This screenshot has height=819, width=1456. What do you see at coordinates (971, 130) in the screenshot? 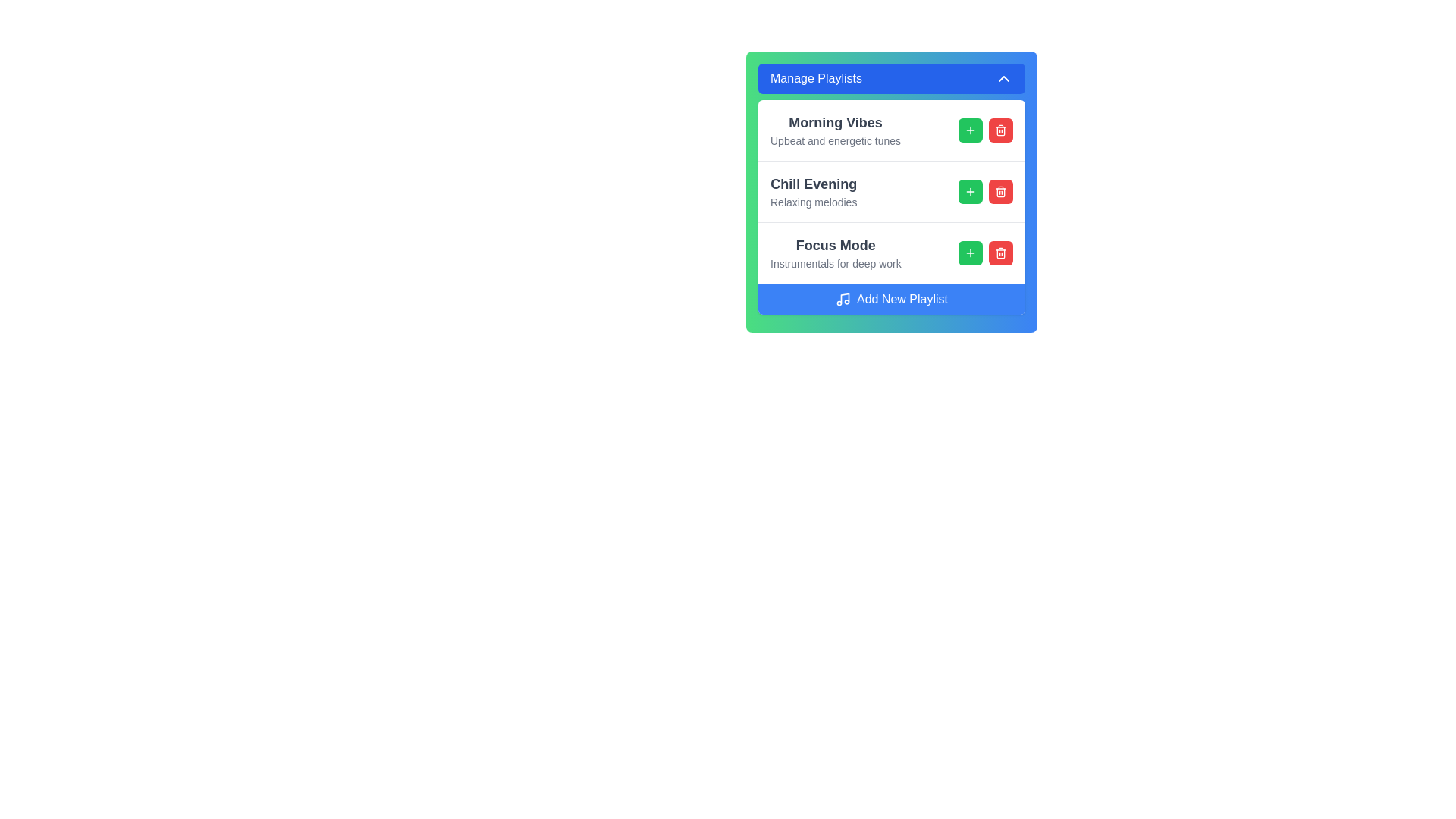
I see `the small green button with a white '+' icon associated with the 'Morning Vibes' playlist` at bounding box center [971, 130].